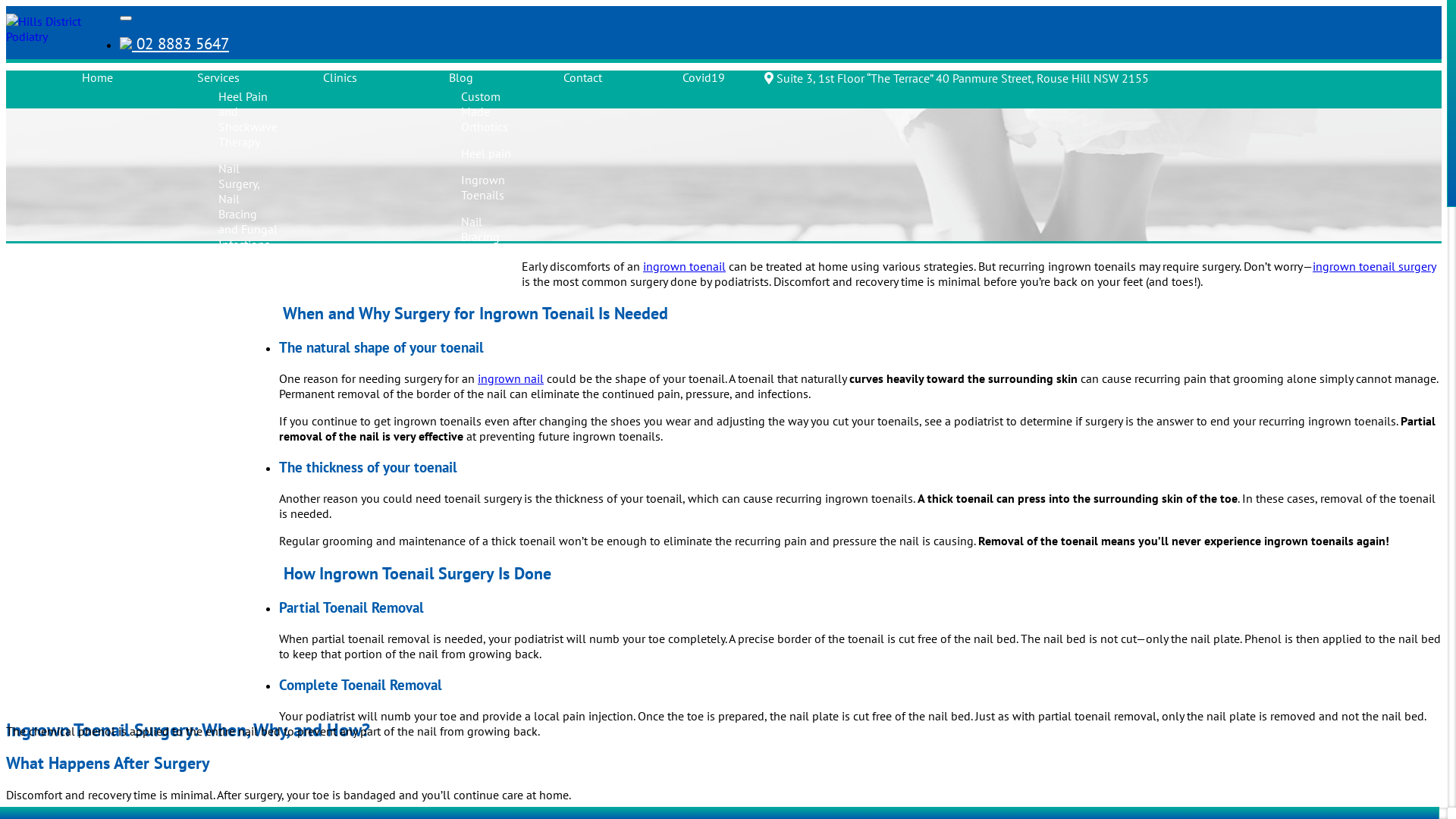 This screenshot has height=819, width=1456. Describe the element at coordinates (339, 77) in the screenshot. I see `'Clinics'` at that location.